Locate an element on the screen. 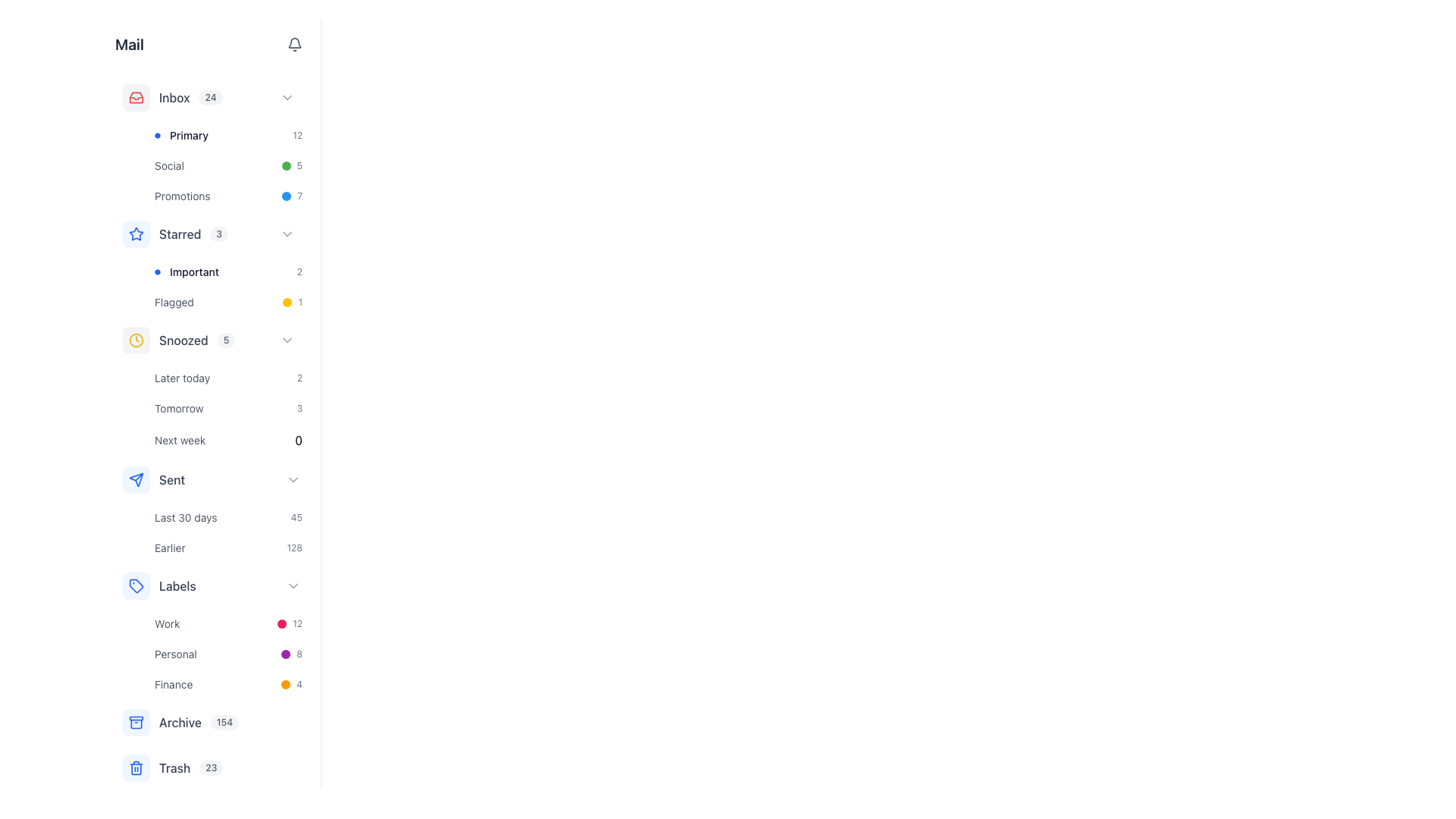  the status indicator with a green circular badge and the number '5', located in the 'Social' section of the sidebar navigation is located at coordinates (292, 166).